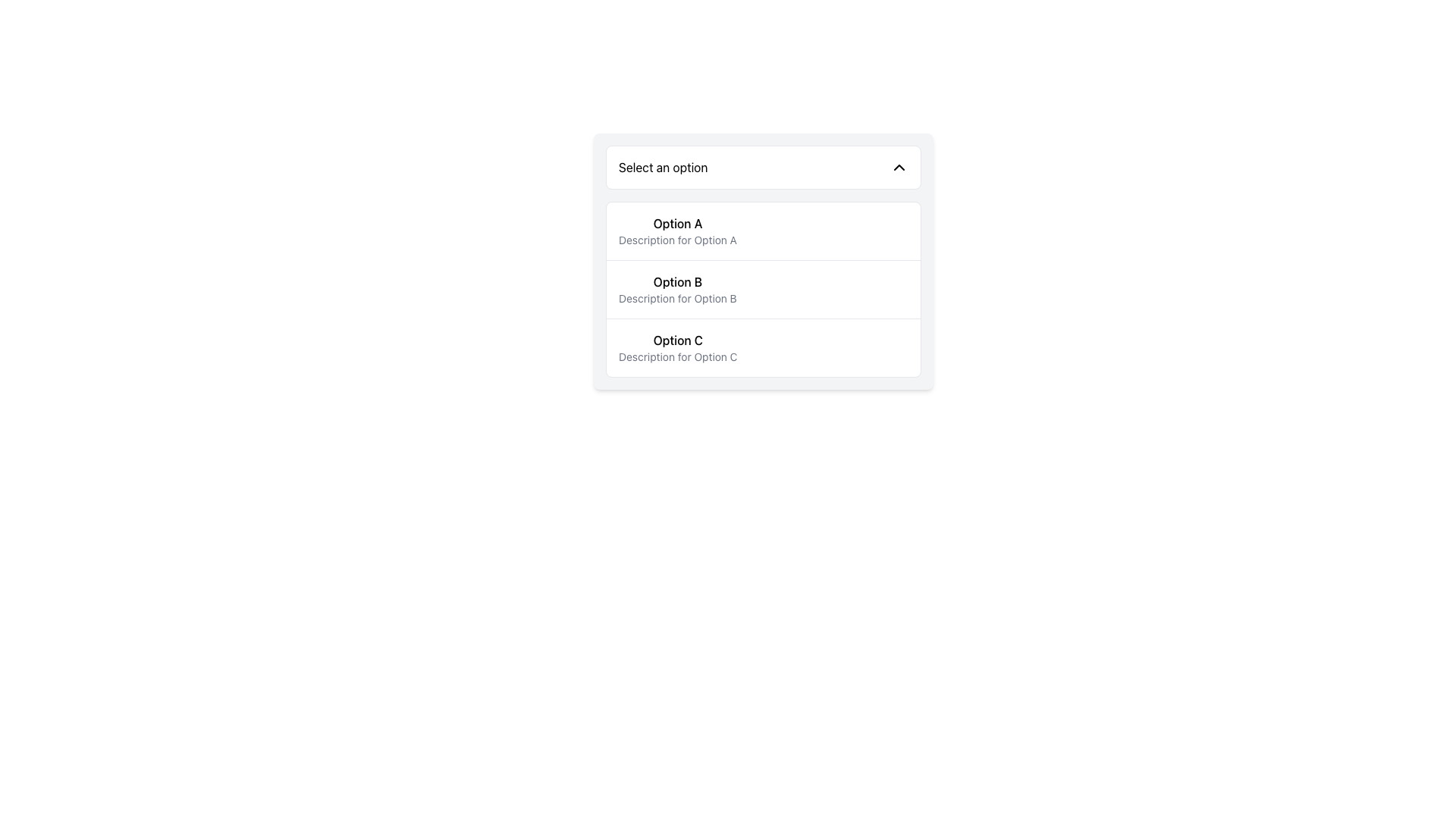 The width and height of the screenshot is (1456, 819). Describe the element at coordinates (899, 167) in the screenshot. I see `the chevron-up icon located to the right of the 'Select an option' text` at that location.